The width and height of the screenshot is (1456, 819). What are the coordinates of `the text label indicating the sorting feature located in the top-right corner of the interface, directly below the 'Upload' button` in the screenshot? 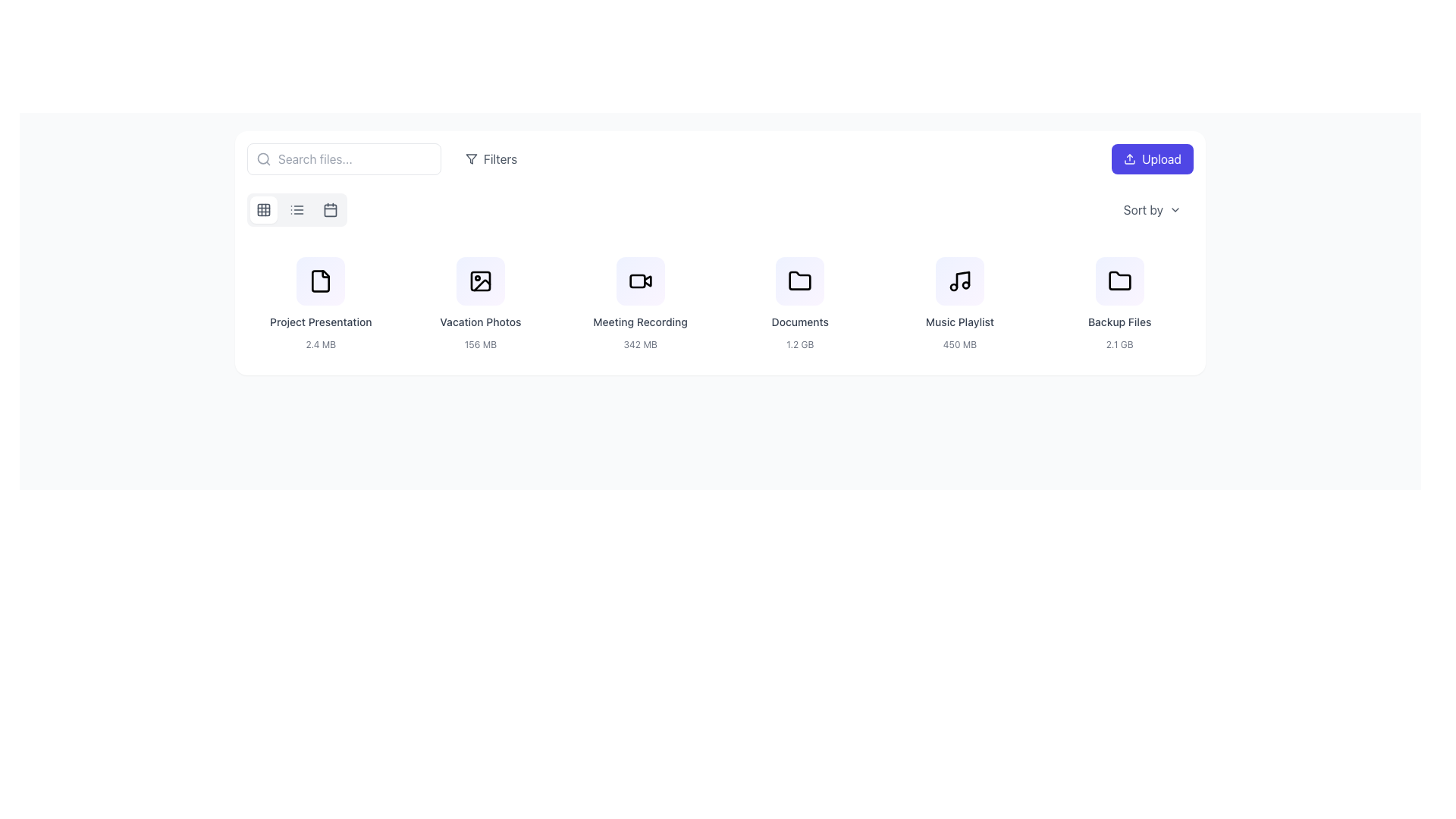 It's located at (1143, 210).